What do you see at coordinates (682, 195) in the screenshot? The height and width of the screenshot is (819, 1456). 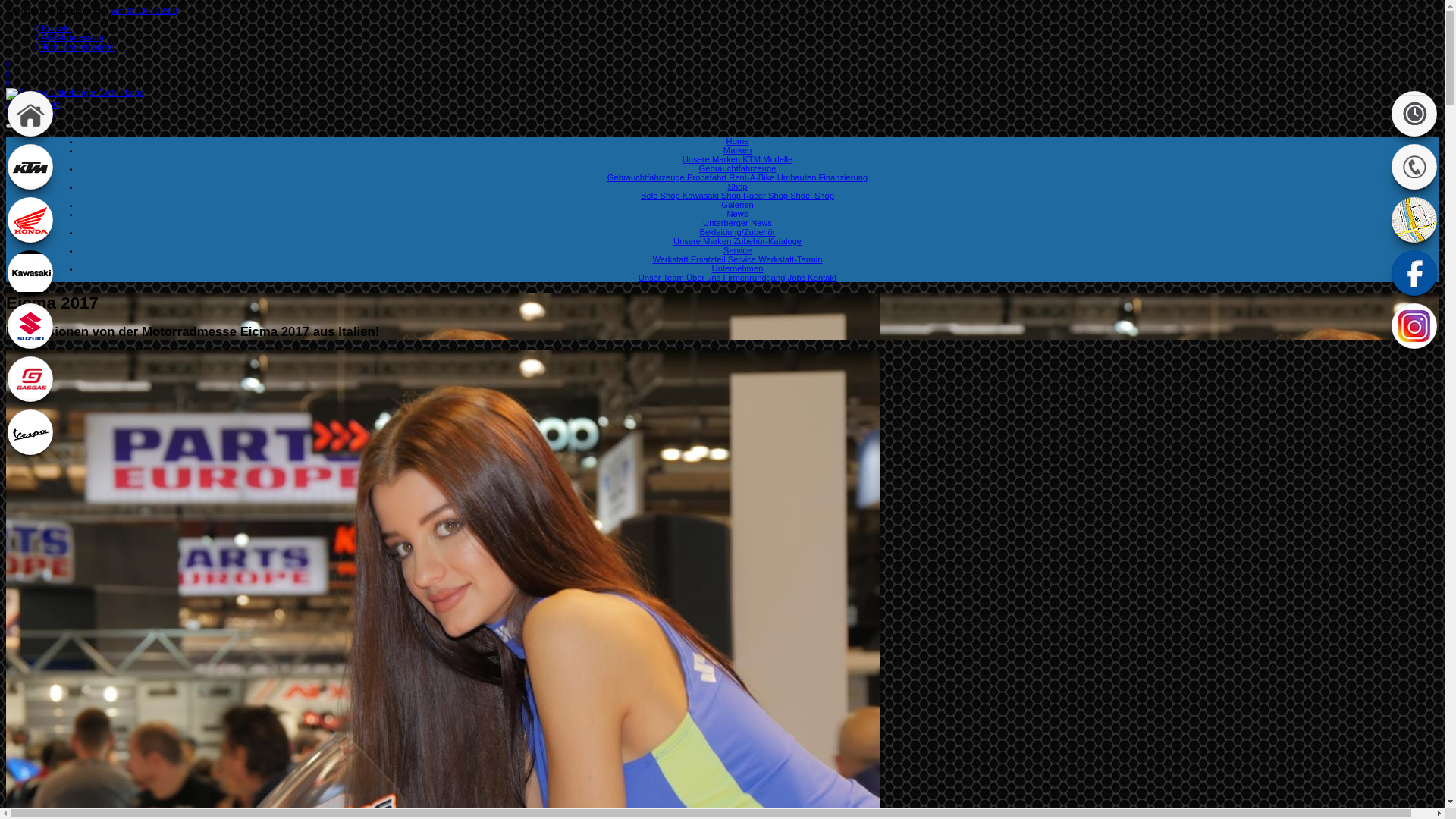 I see `'Kawasaki Shop'` at bounding box center [682, 195].